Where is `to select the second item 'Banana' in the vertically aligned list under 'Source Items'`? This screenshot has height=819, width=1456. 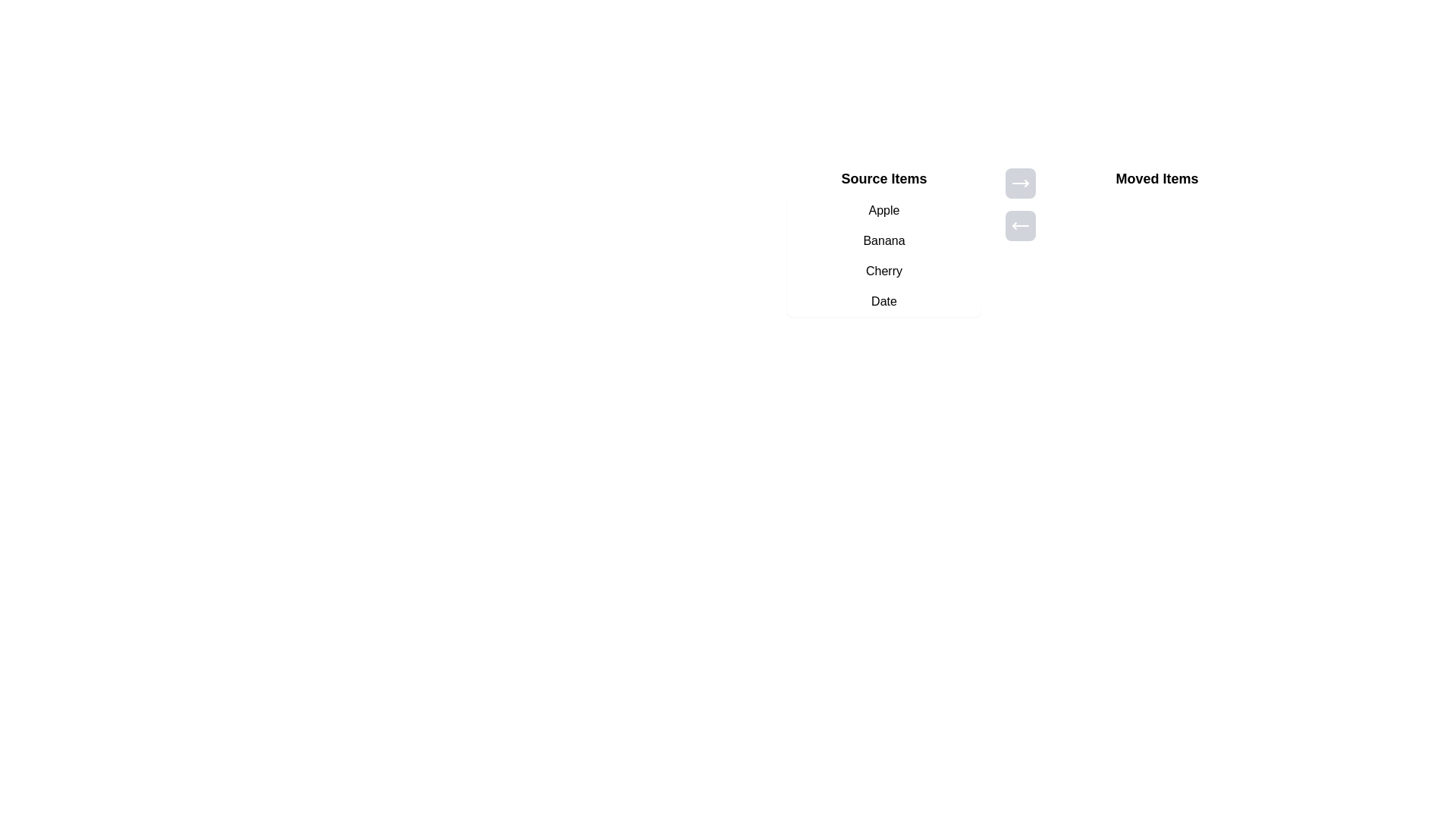
to select the second item 'Banana' in the vertically aligned list under 'Source Items' is located at coordinates (884, 240).